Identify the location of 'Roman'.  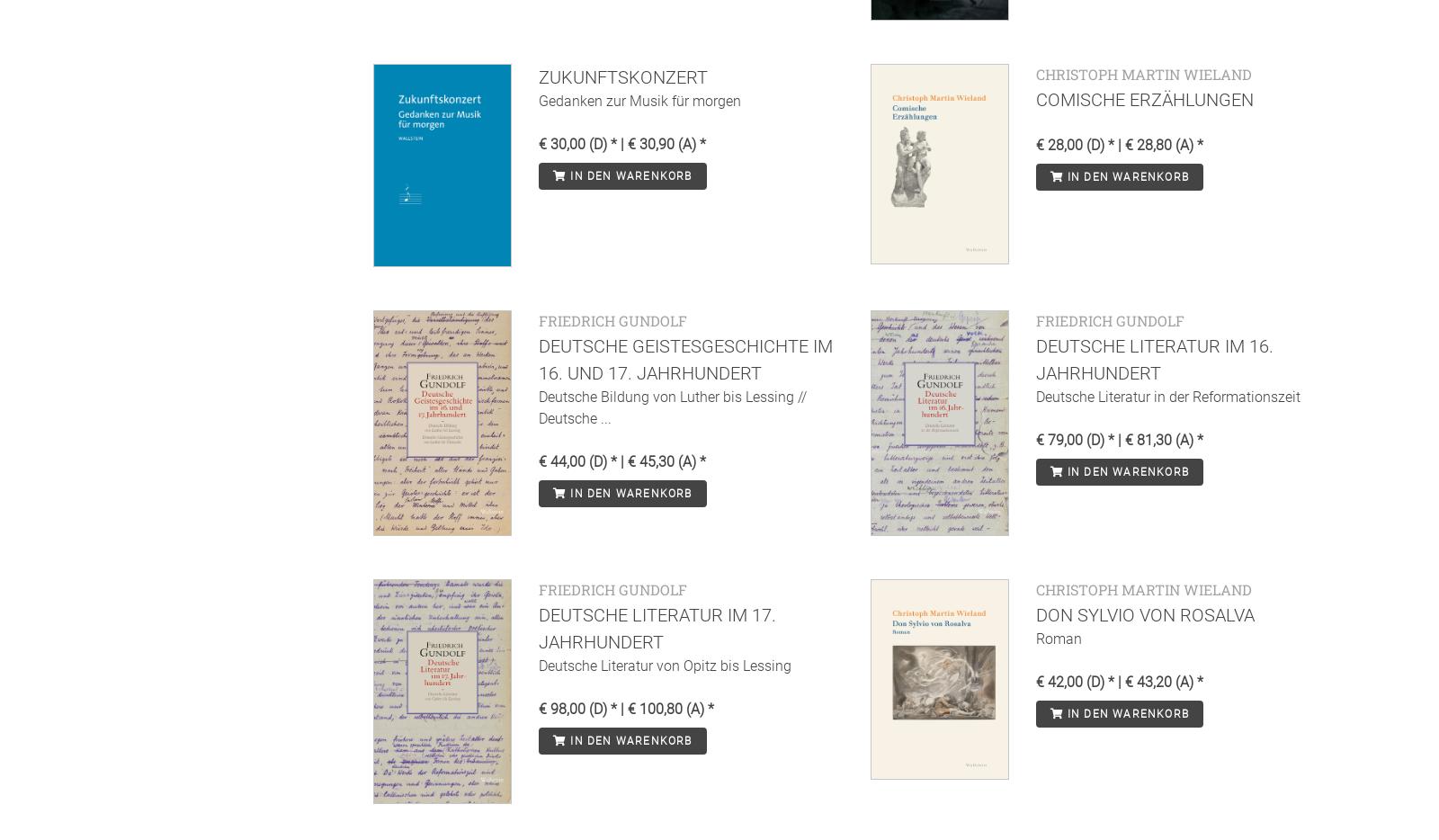
(1035, 638).